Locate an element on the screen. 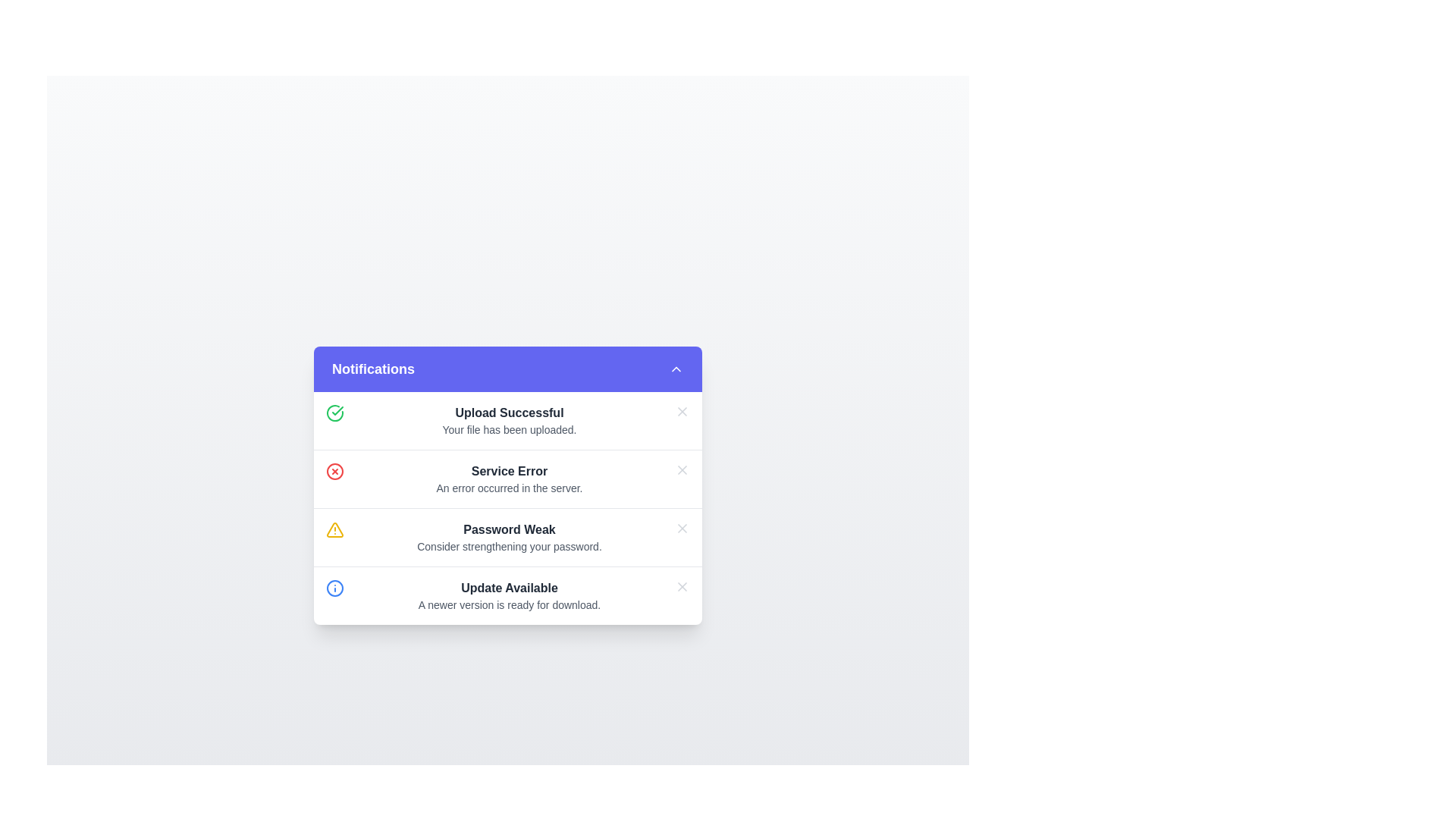 The image size is (1456, 819). text of the bold-text title of the third notification indicating that the password is weak, located below 'Service Error' and above 'Update Available' is located at coordinates (510, 529).